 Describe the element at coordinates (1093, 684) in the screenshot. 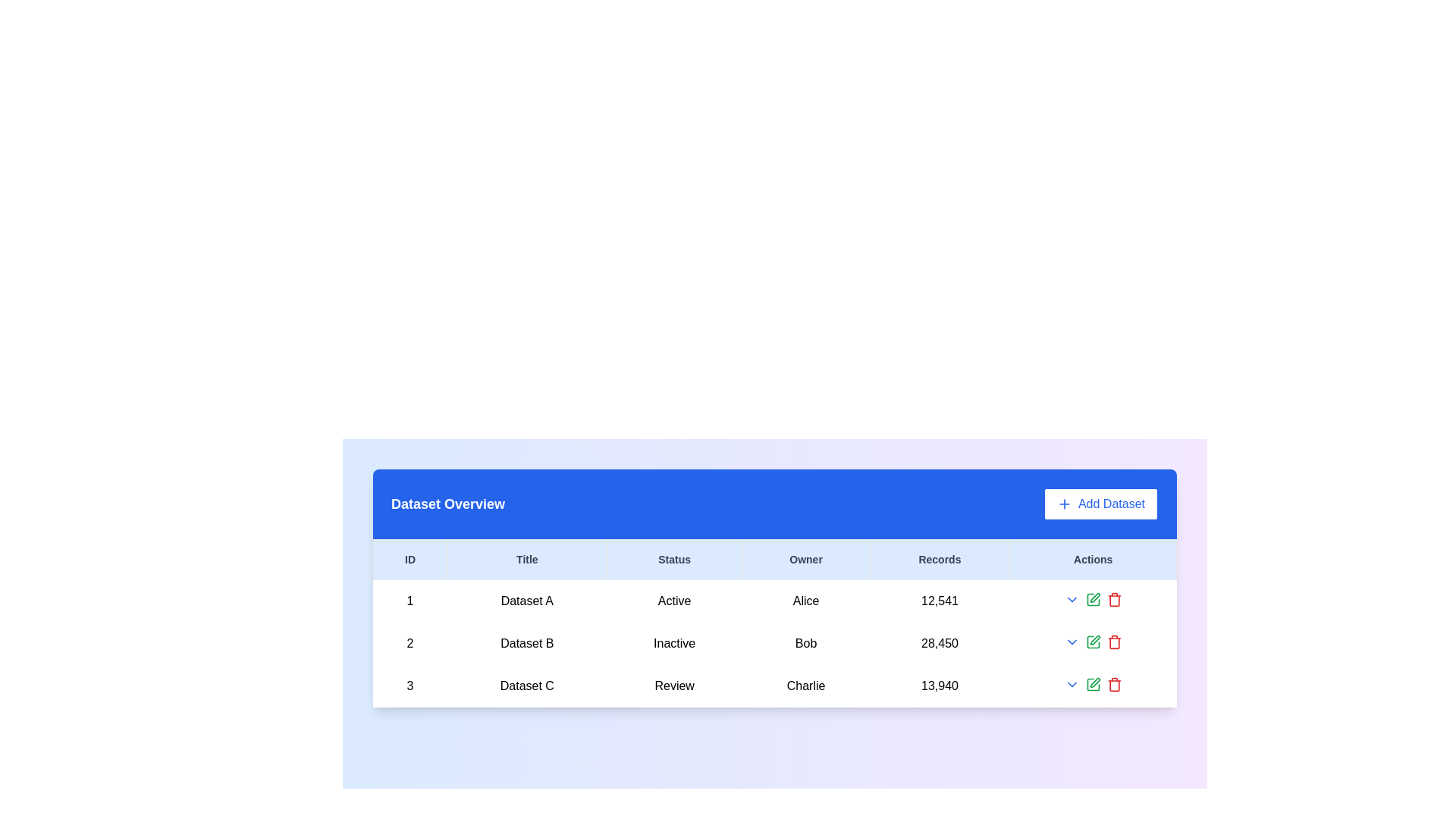

I see `the green pen icon button in the last row of the table under the 'Actions' column` at that location.